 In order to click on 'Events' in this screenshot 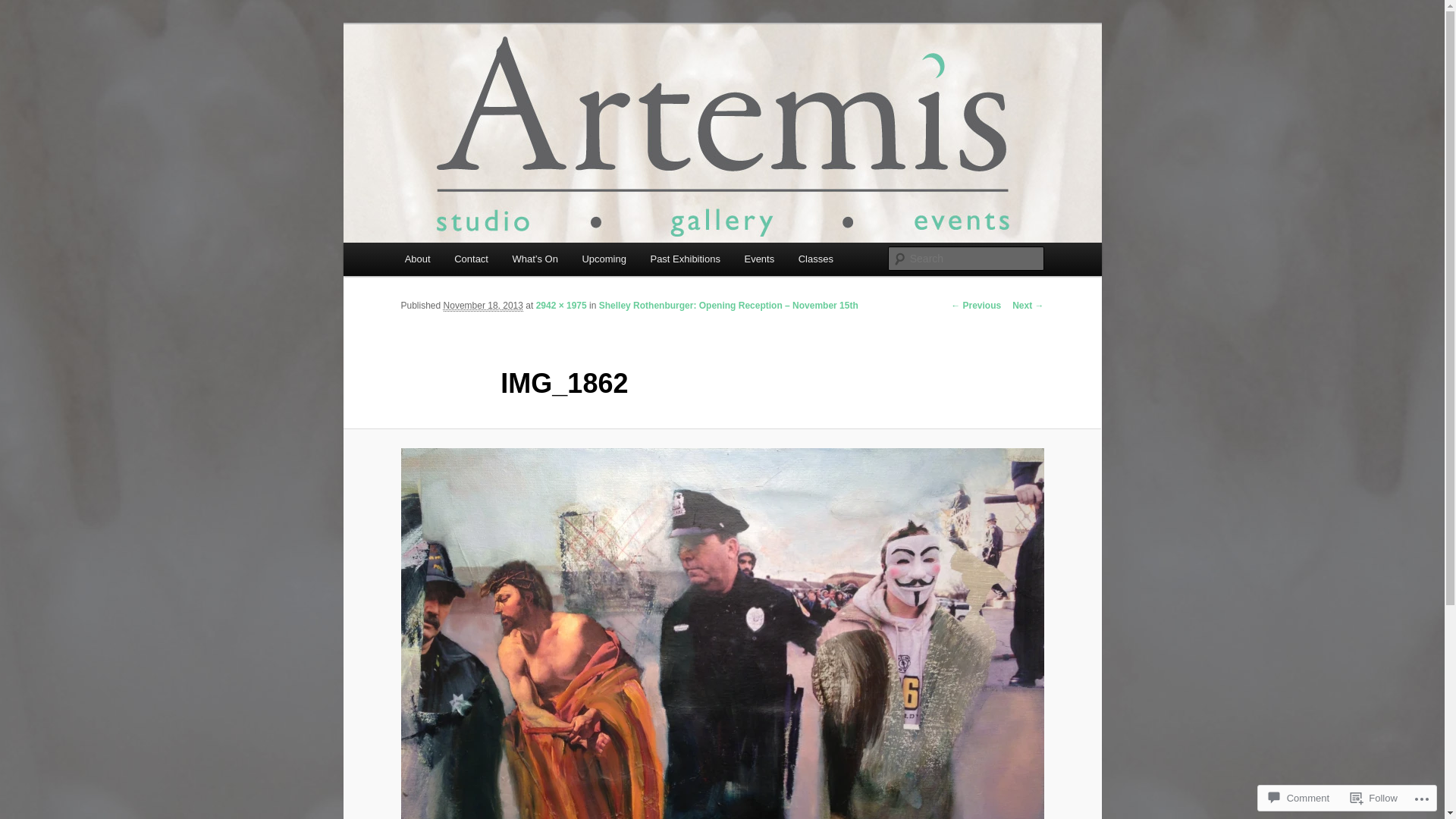, I will do `click(732, 258)`.